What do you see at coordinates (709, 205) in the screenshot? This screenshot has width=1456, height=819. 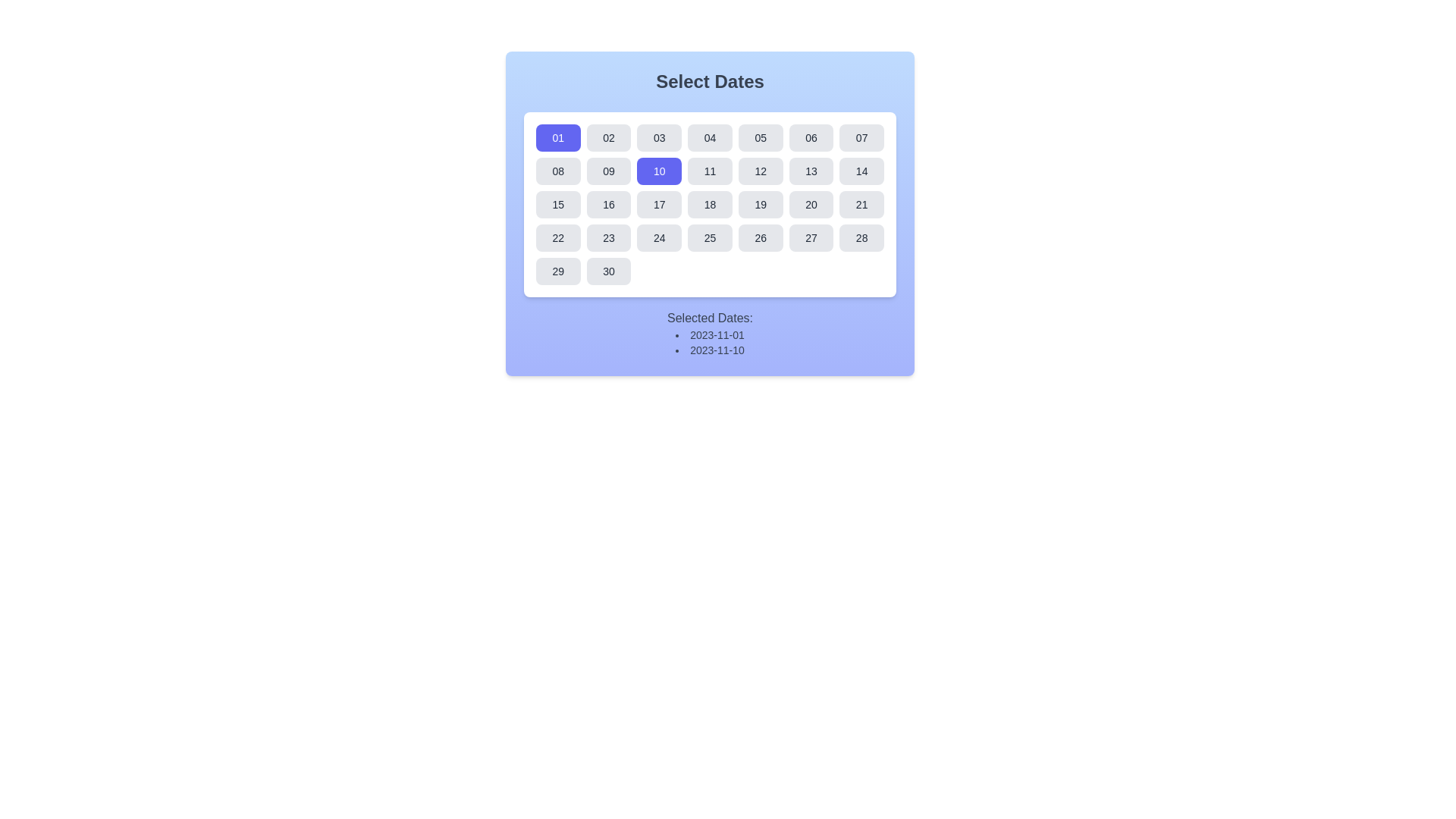 I see `the button displaying the number '18' in a medium gray rectangular shape with rounded corners` at bounding box center [709, 205].